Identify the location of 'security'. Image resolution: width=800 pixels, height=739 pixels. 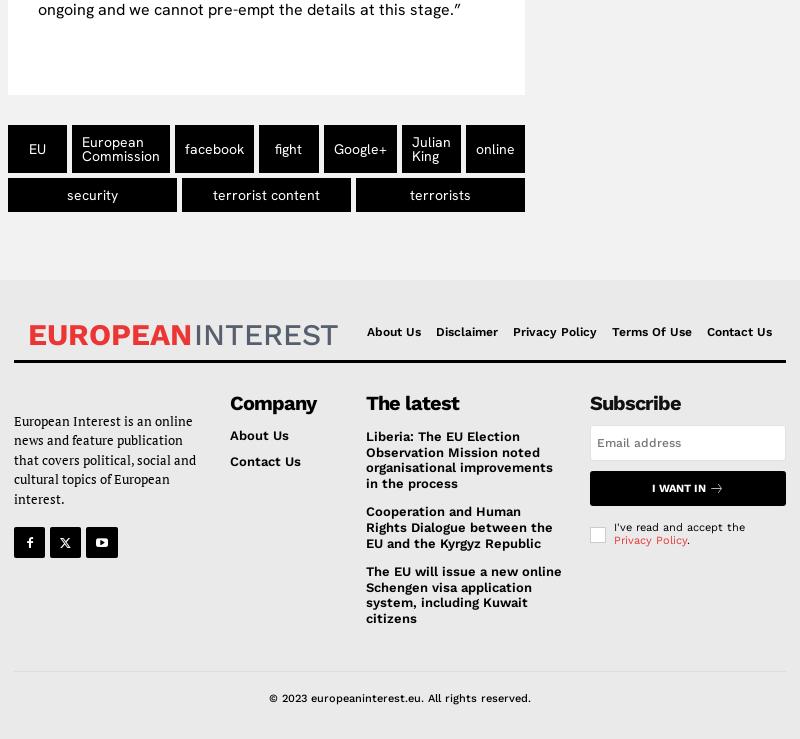
(92, 193).